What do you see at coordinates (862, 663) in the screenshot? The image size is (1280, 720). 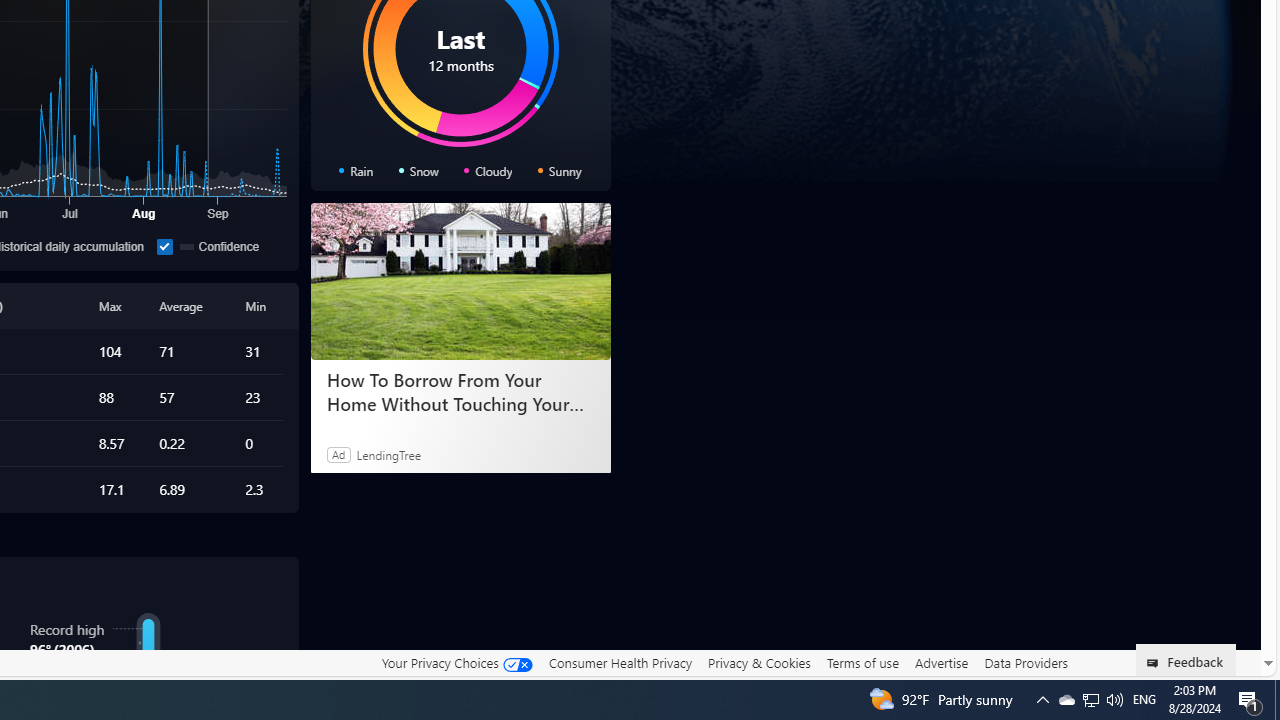 I see `'Terms of use'` at bounding box center [862, 663].